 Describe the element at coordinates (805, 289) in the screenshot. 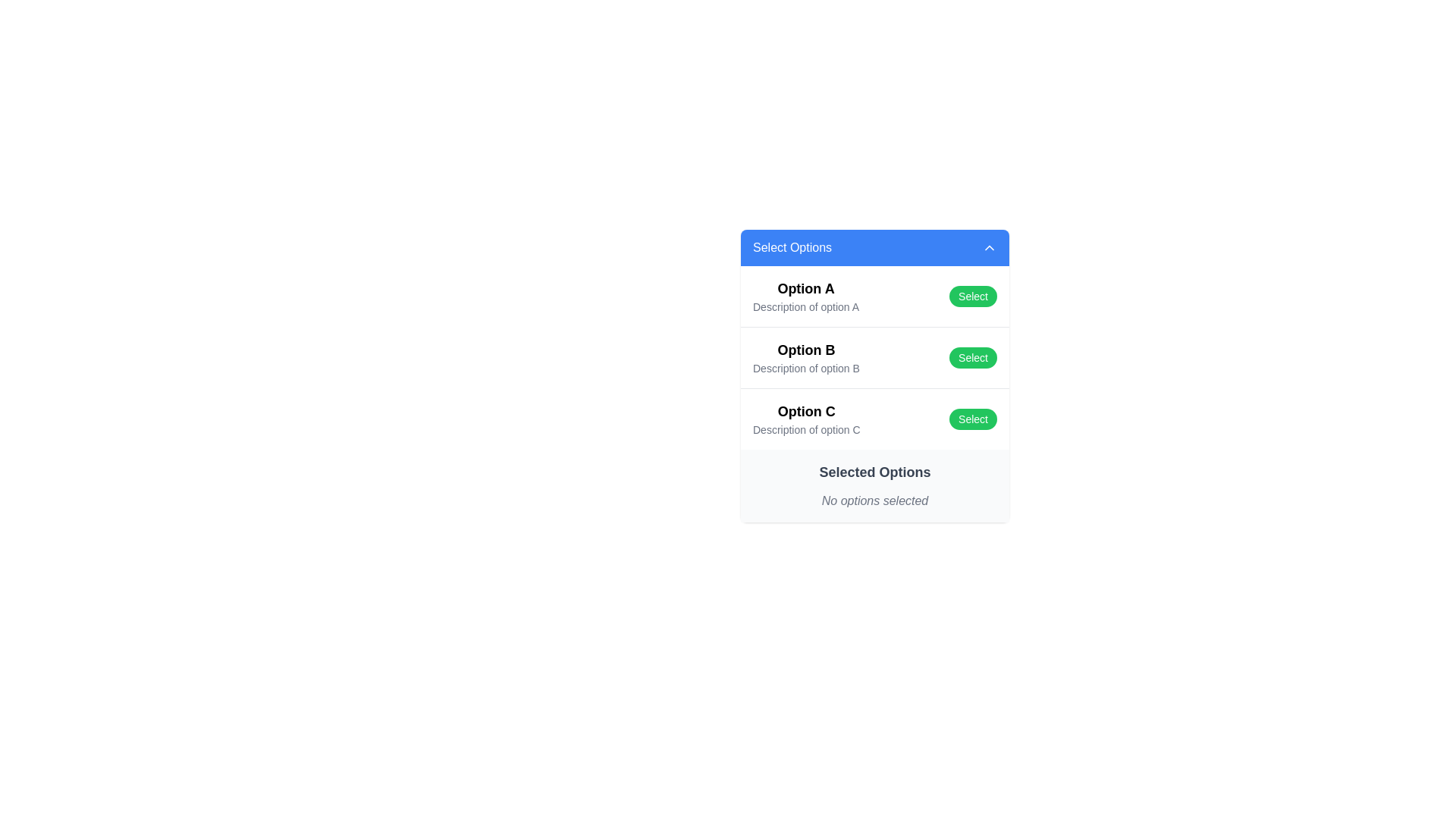

I see `the text label that serves as the title or heading for an option in the selection menu, located at the start of the vertical list` at that location.